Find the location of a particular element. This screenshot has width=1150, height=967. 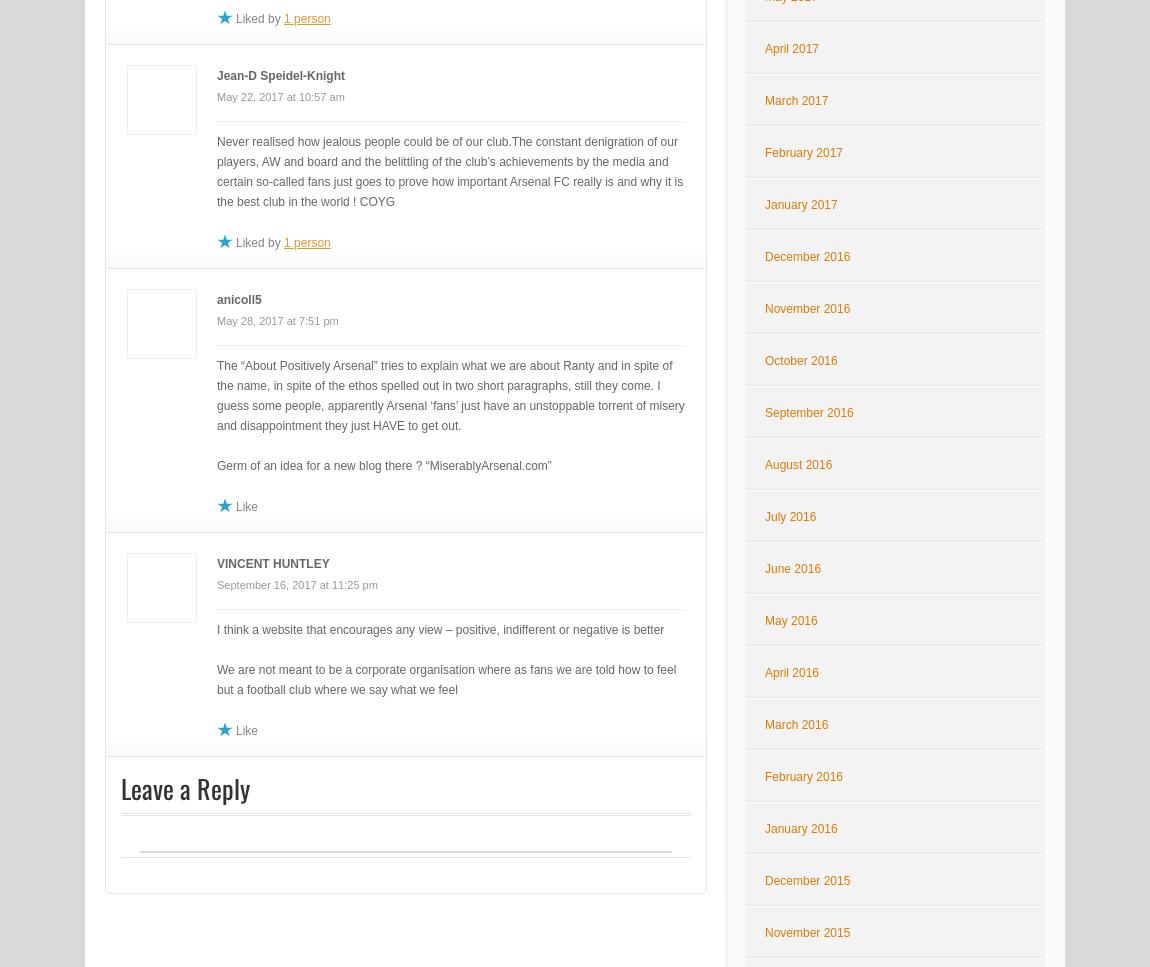

'January 2016' is located at coordinates (799, 829).